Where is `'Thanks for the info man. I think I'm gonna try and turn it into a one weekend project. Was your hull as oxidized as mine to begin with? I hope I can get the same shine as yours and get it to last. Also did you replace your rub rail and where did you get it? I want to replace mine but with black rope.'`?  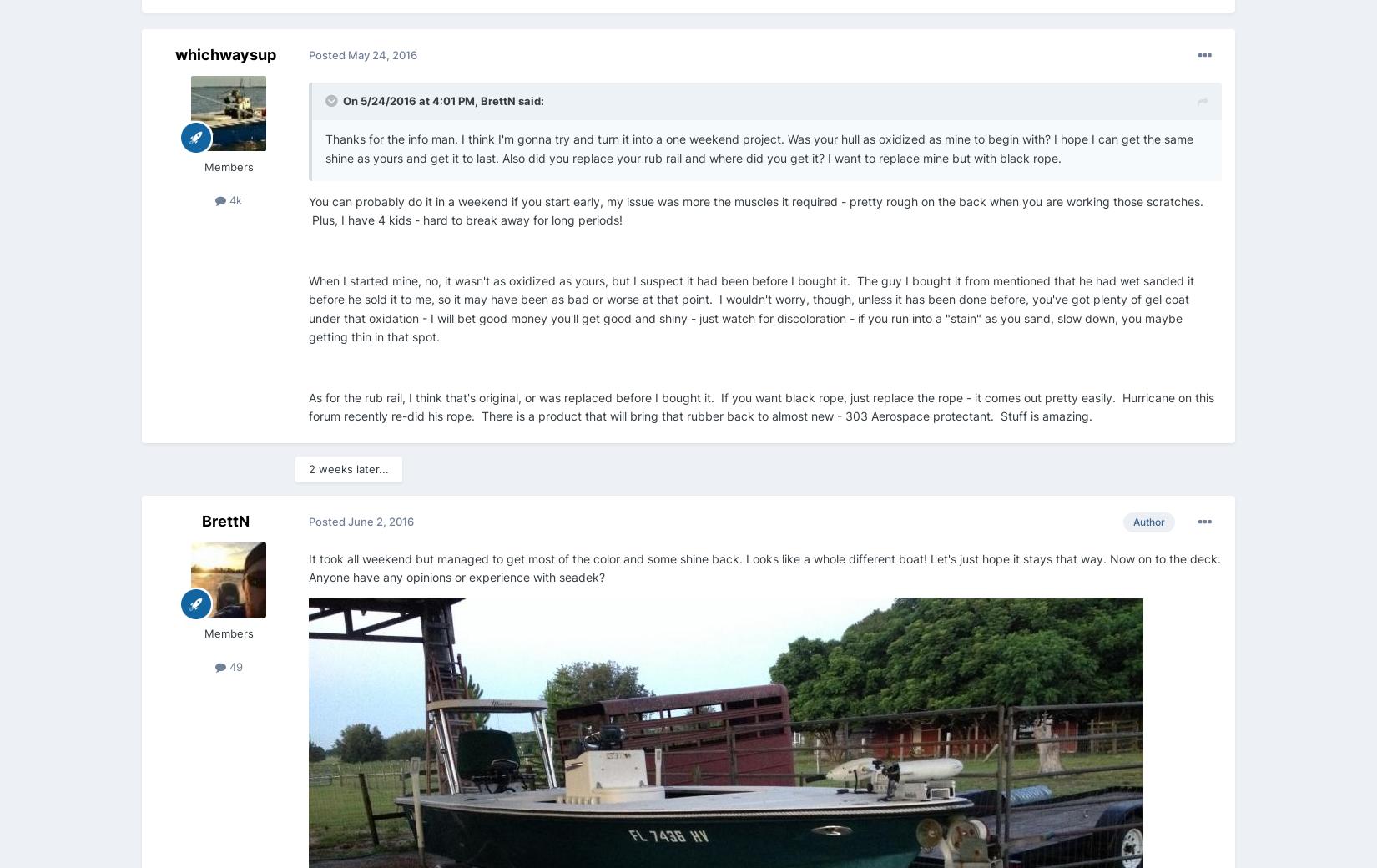
'Thanks for the info man. I think I'm gonna try and turn it into a one weekend project. Was your hull as oxidized as mine to begin with? I hope I can get the same shine as yours and get it to last. Also did you replace your rub rail and where did you get it? I want to replace mine but with black rope.' is located at coordinates (759, 148).